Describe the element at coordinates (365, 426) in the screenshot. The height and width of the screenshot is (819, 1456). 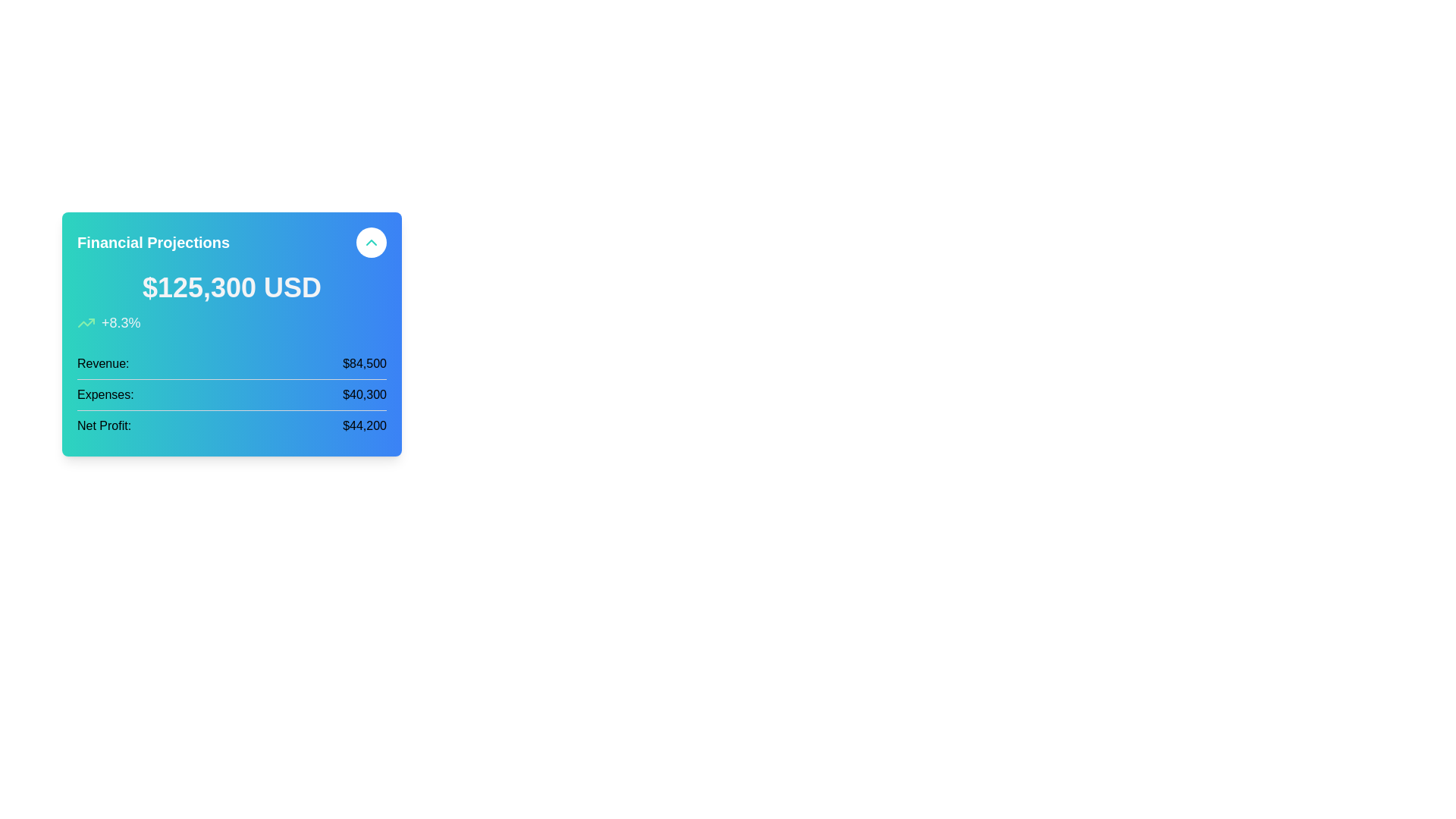
I see `the text label displaying '$44,200' in a bold, black font within the financial summary card` at that location.